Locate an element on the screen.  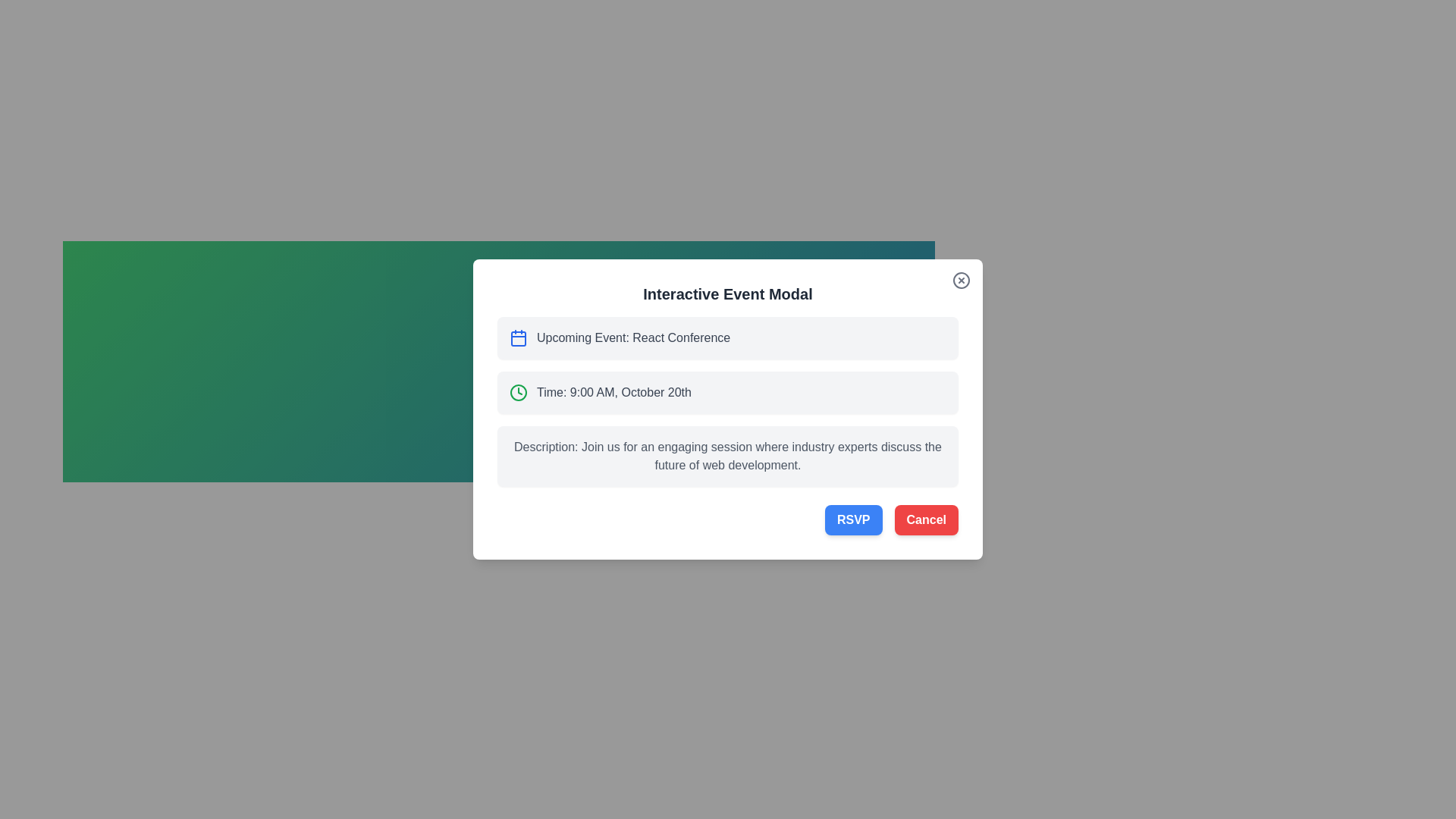
the clock icon, which has a circular outline with two hands indicating time, located to the left of the text 'Time: 9:00 AM, October 20th' in the 'Interactive Event Modal' is located at coordinates (519, 391).